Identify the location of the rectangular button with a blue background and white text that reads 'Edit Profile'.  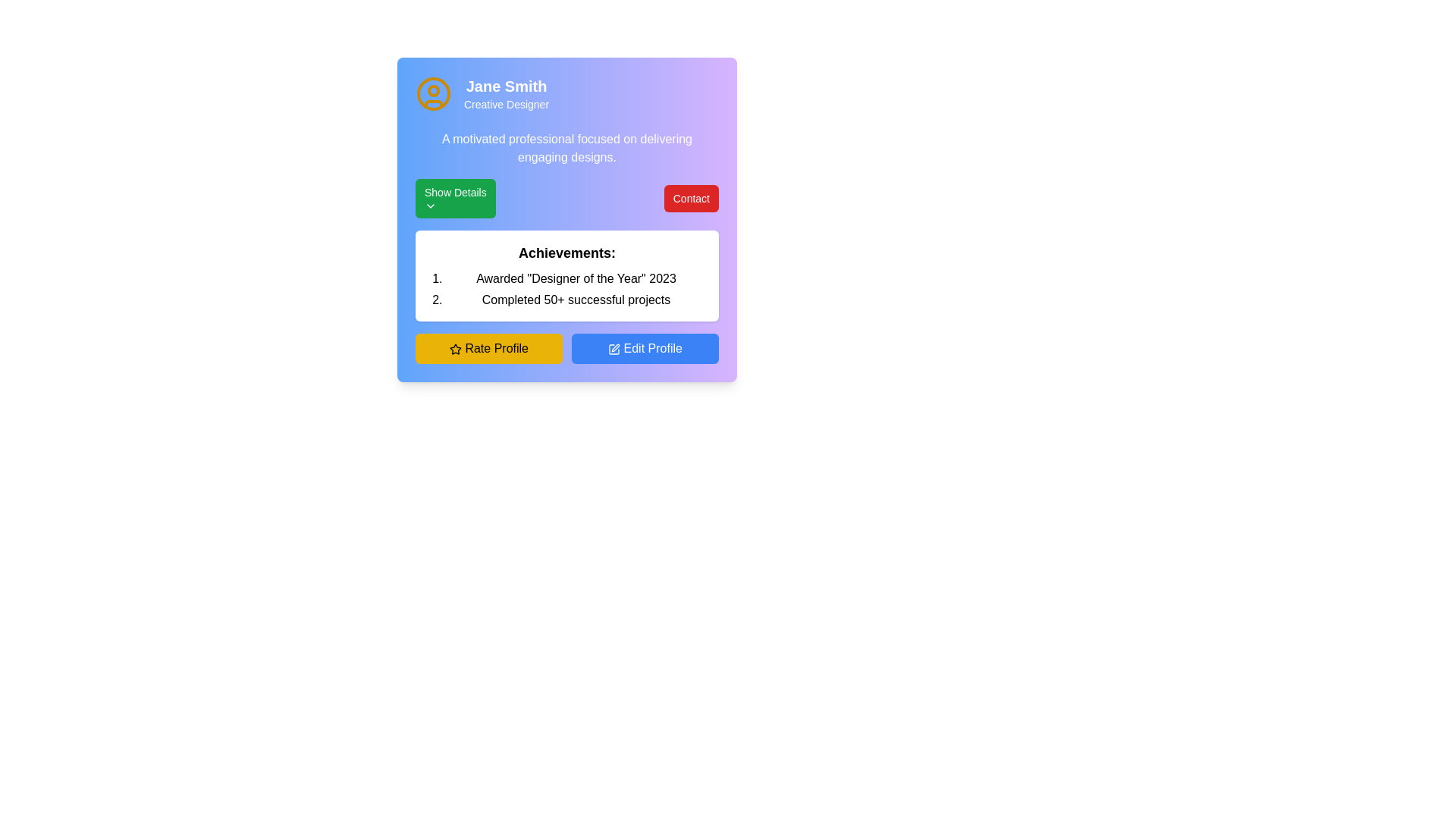
(645, 348).